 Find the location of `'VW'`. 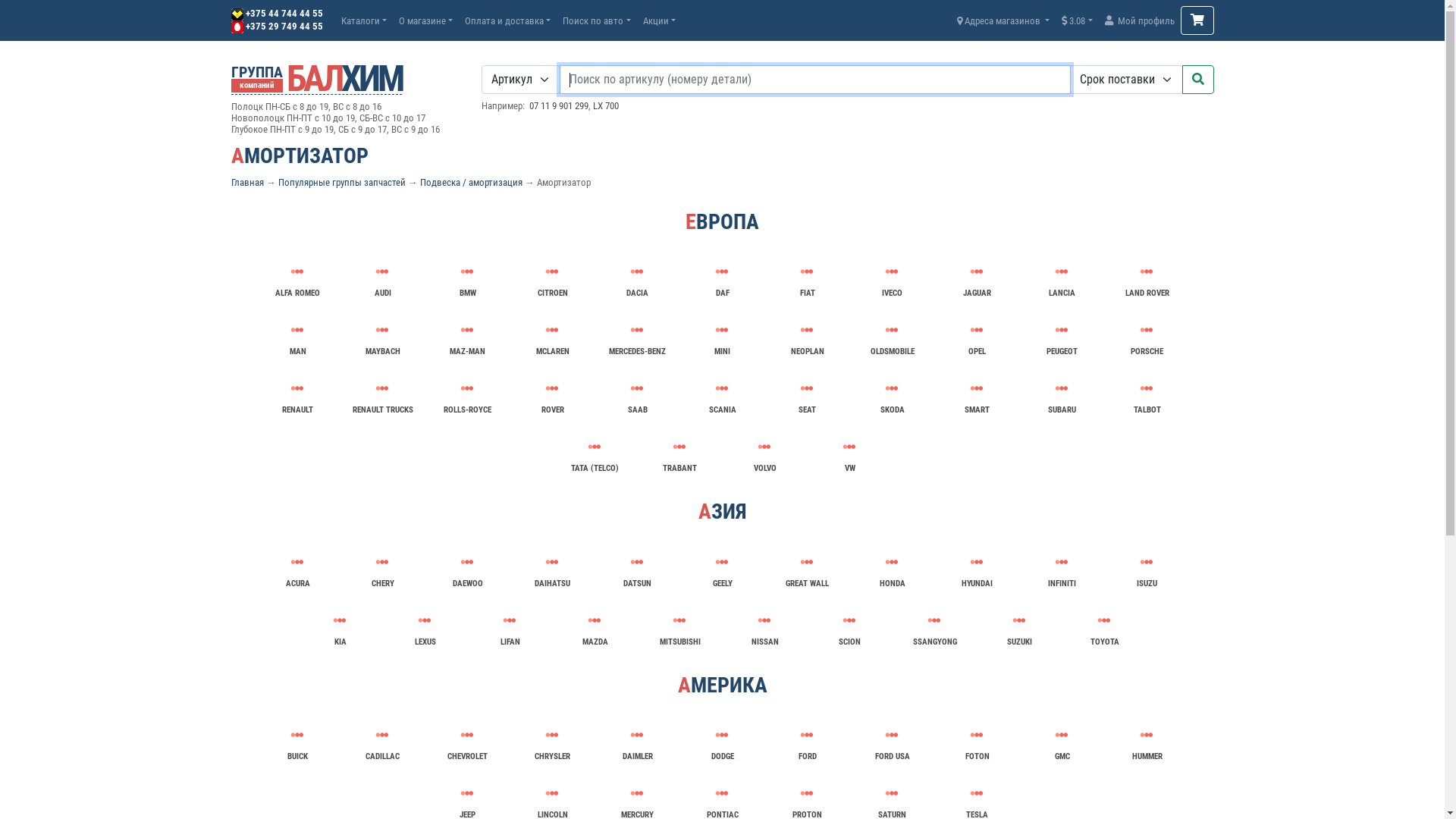

'VW' is located at coordinates (849, 451).